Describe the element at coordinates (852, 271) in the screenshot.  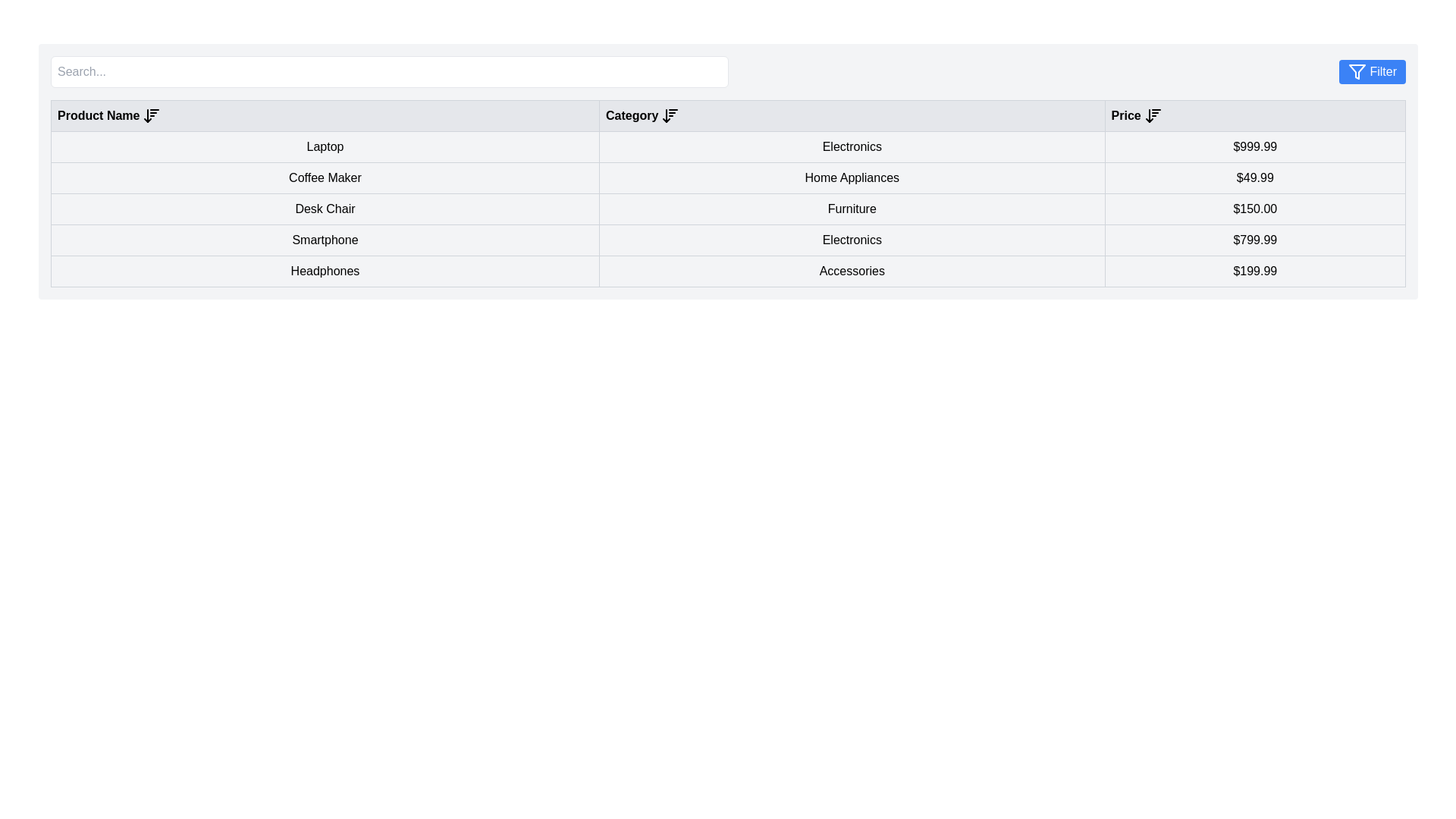
I see `the text box labeled 'Accessories' which is styled with a gray border and centrally aligned text, located in the fifth row of the table under the 'Category' column` at that location.